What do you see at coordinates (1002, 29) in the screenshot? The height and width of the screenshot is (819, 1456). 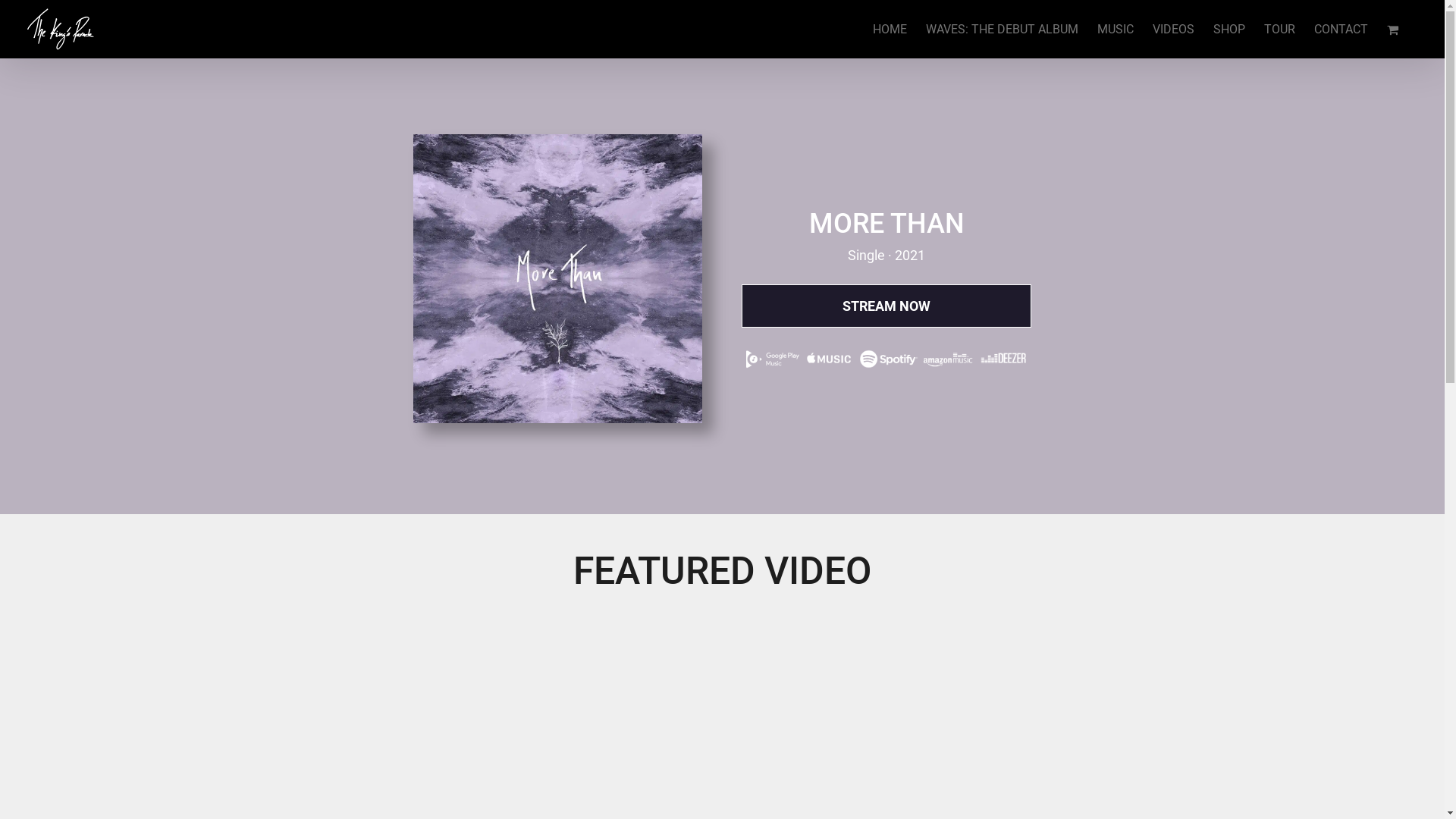 I see `'WAVES: THE DEBUT ALBUM'` at bounding box center [1002, 29].